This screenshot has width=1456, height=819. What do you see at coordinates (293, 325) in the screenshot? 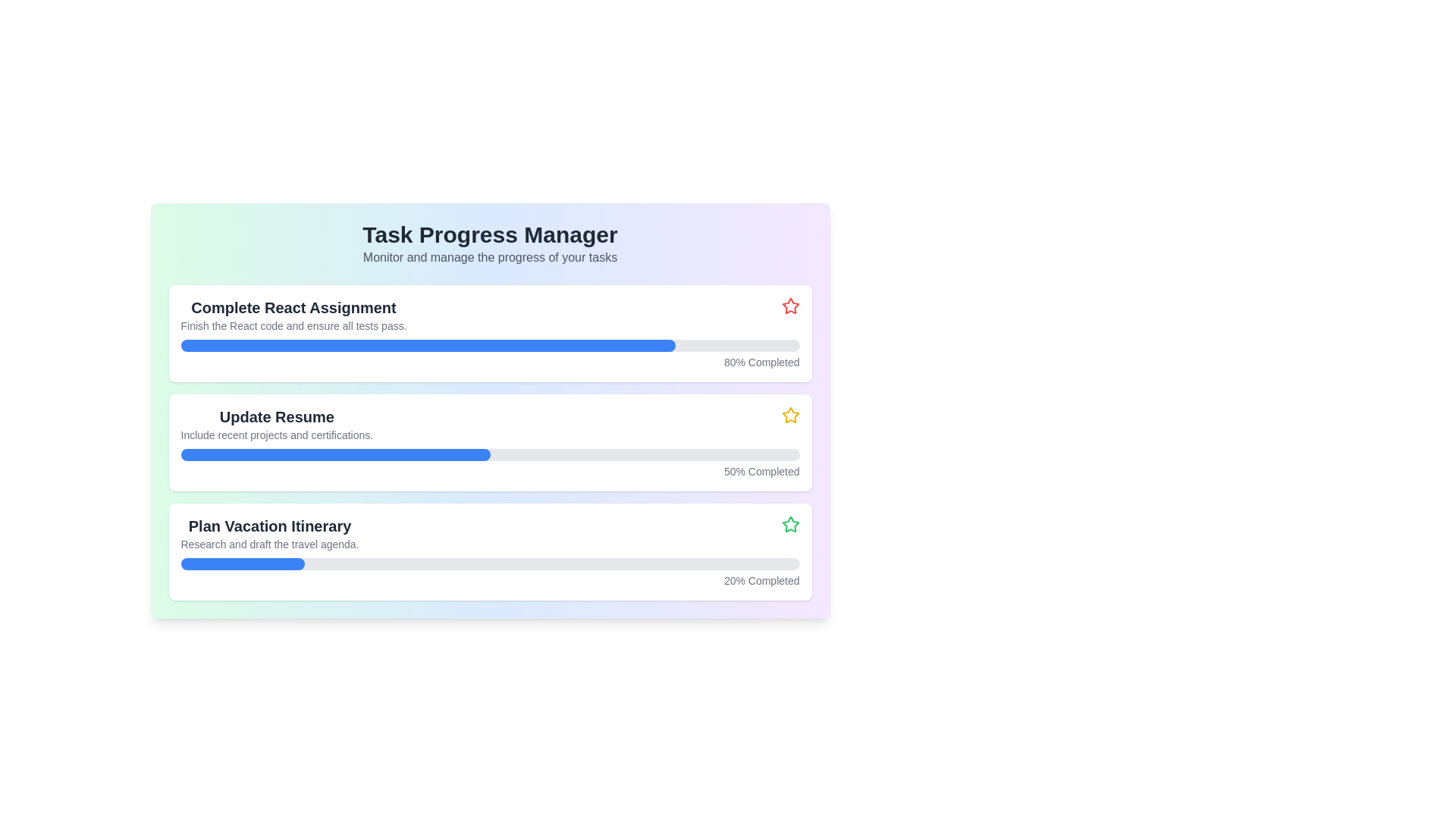
I see `text element that provides additional details under the heading 'Complete React Assignment', which reads 'Finish the React code and ensure all tests pass.'` at bounding box center [293, 325].